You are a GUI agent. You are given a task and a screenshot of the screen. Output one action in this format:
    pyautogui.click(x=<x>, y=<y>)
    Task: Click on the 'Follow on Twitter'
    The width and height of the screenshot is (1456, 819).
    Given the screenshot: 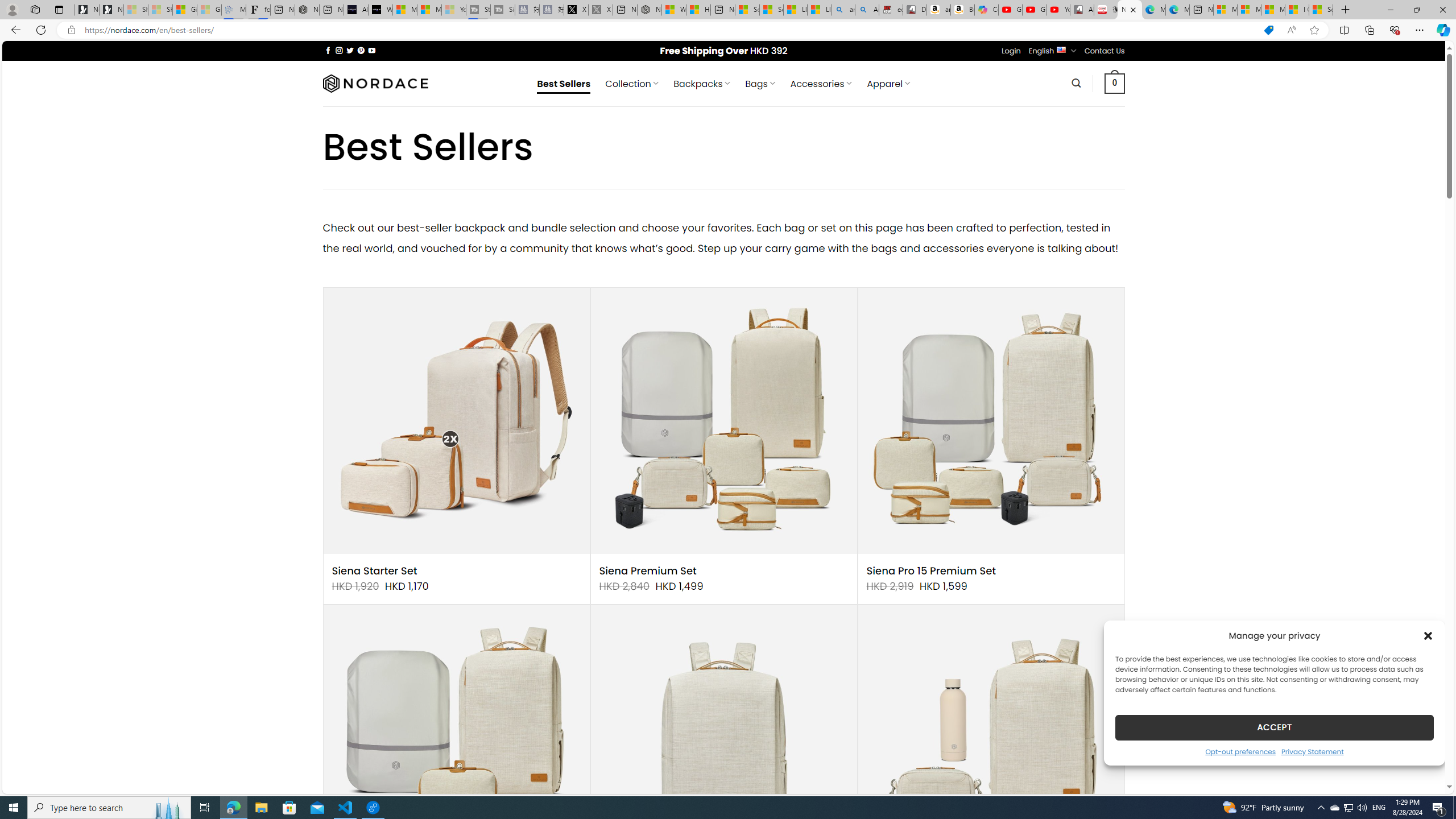 What is the action you would take?
    pyautogui.click(x=350, y=50)
    